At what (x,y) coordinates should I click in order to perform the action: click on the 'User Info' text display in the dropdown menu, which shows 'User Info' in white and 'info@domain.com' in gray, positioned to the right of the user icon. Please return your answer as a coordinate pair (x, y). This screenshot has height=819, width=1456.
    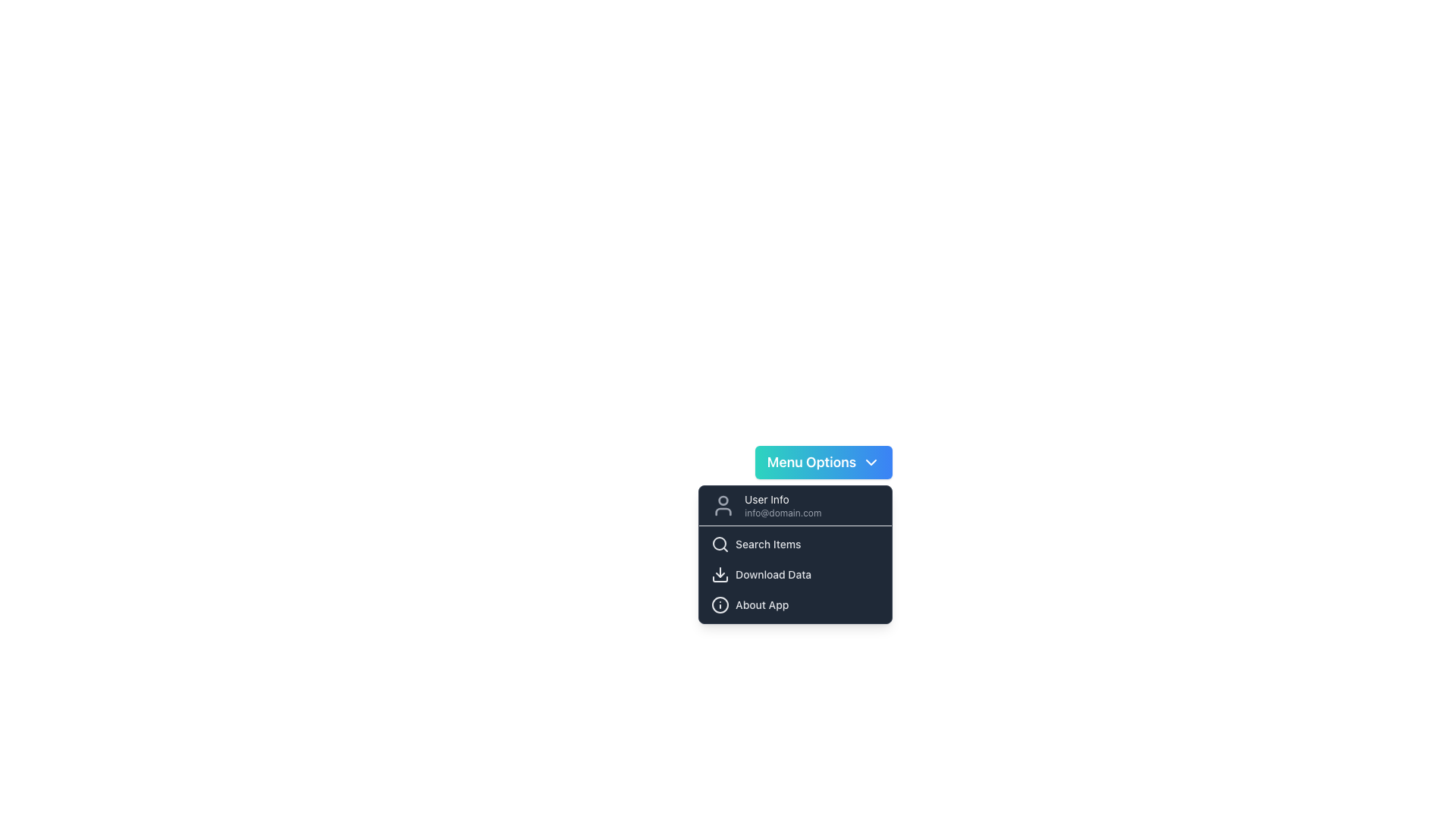
    Looking at the image, I should click on (783, 506).